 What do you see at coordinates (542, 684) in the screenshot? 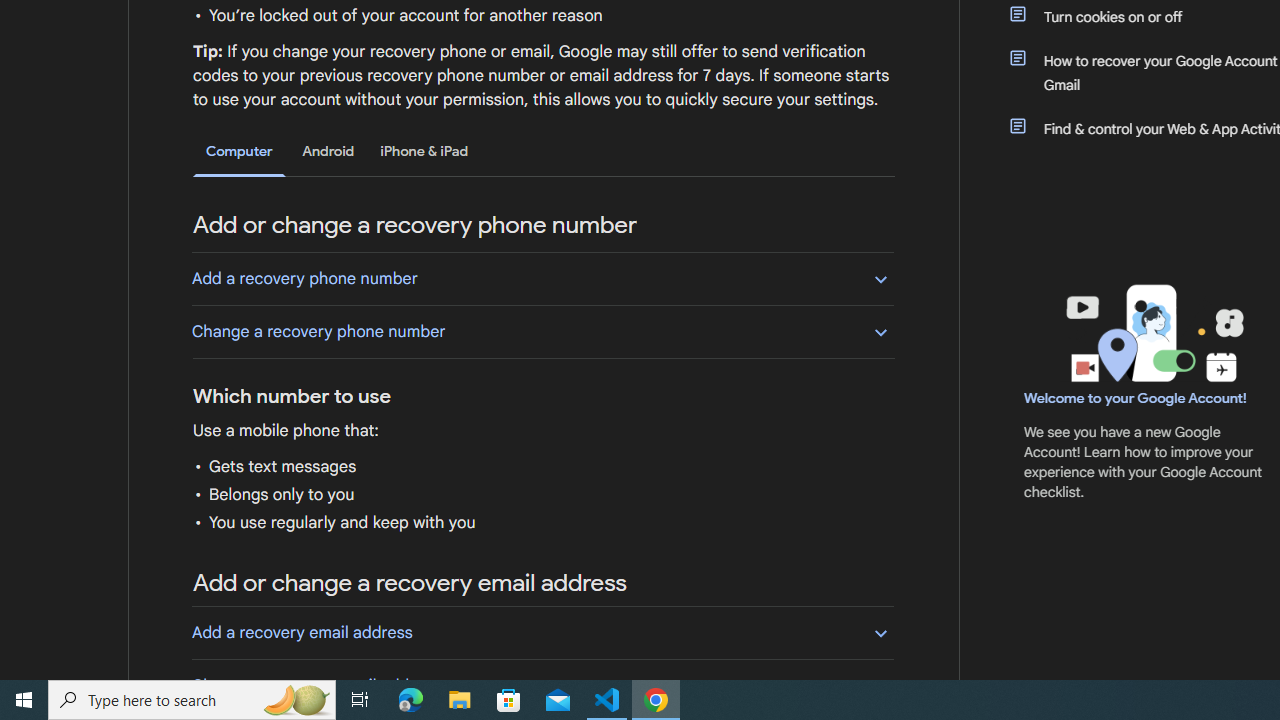
I see `'Change a recovery email address'` at bounding box center [542, 684].